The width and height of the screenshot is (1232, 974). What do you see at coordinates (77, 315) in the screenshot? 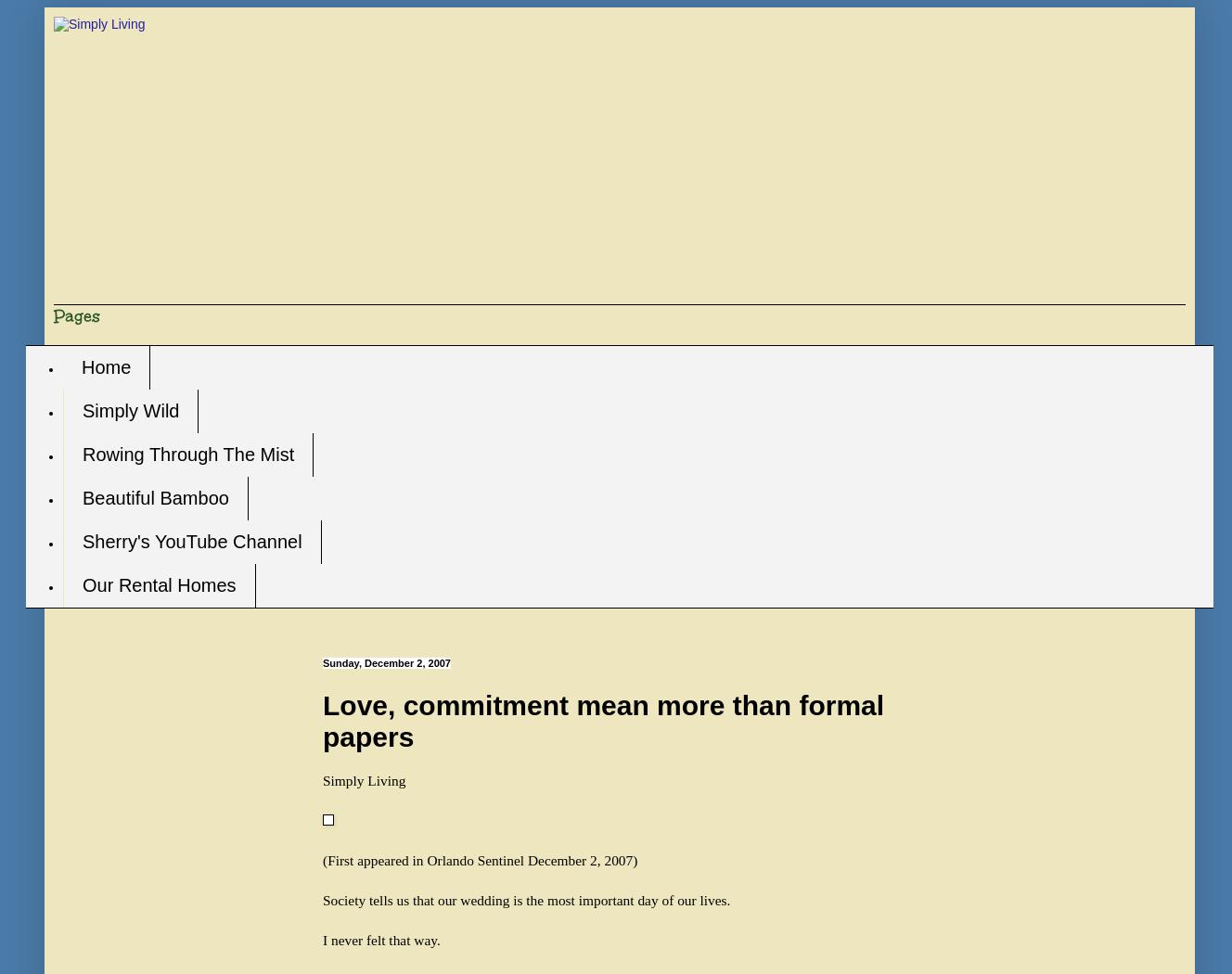
I see `'Pages'` at bounding box center [77, 315].